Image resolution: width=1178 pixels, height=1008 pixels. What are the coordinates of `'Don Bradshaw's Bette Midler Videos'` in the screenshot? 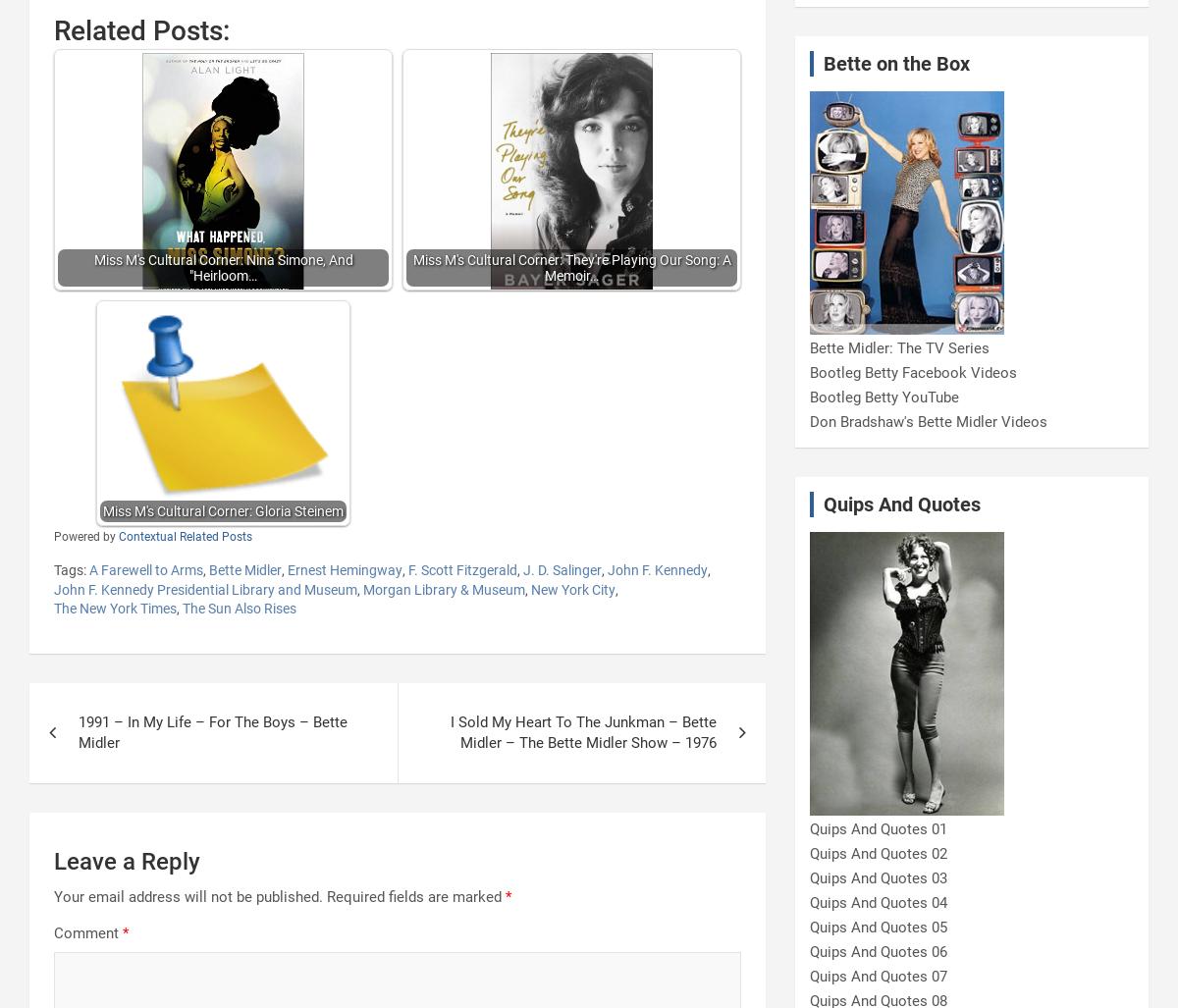 It's located at (928, 421).